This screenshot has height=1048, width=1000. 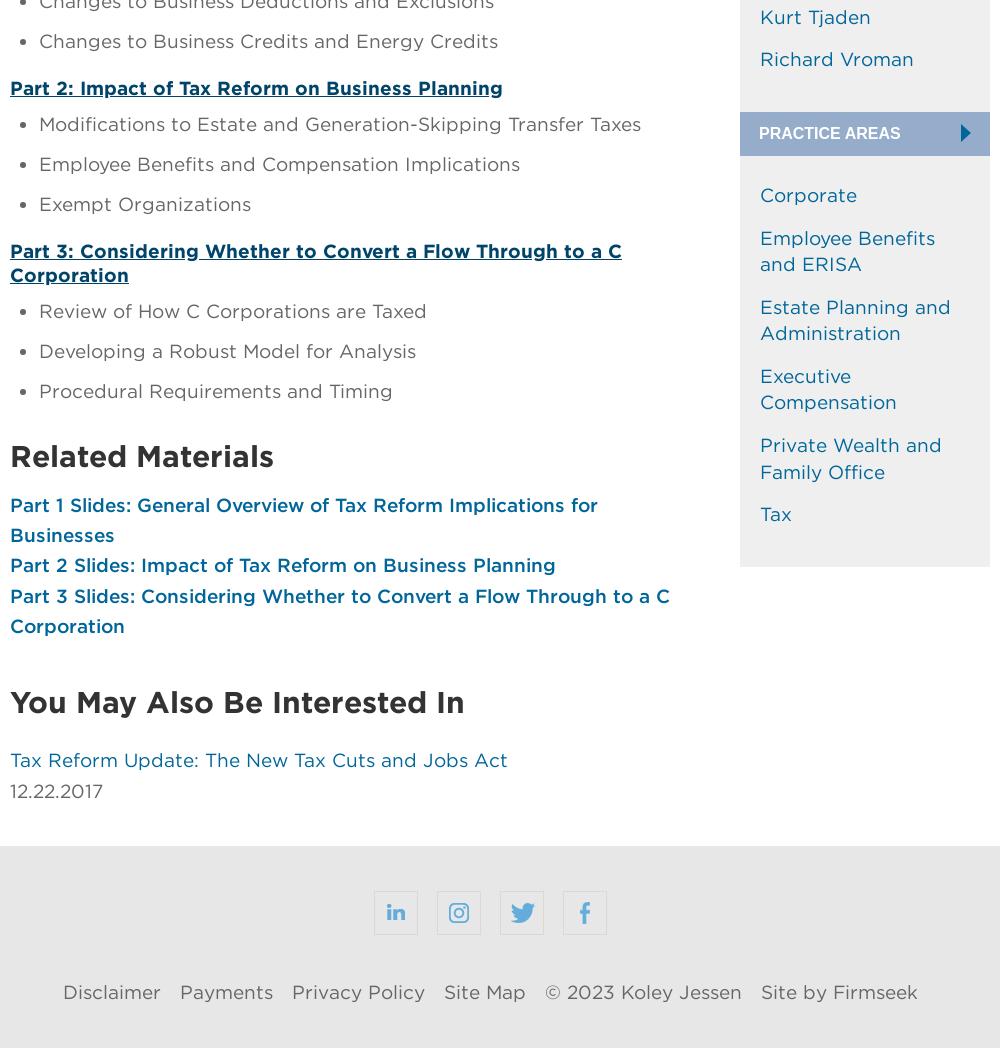 What do you see at coordinates (827, 387) in the screenshot?
I see `'Executive Compensation'` at bounding box center [827, 387].